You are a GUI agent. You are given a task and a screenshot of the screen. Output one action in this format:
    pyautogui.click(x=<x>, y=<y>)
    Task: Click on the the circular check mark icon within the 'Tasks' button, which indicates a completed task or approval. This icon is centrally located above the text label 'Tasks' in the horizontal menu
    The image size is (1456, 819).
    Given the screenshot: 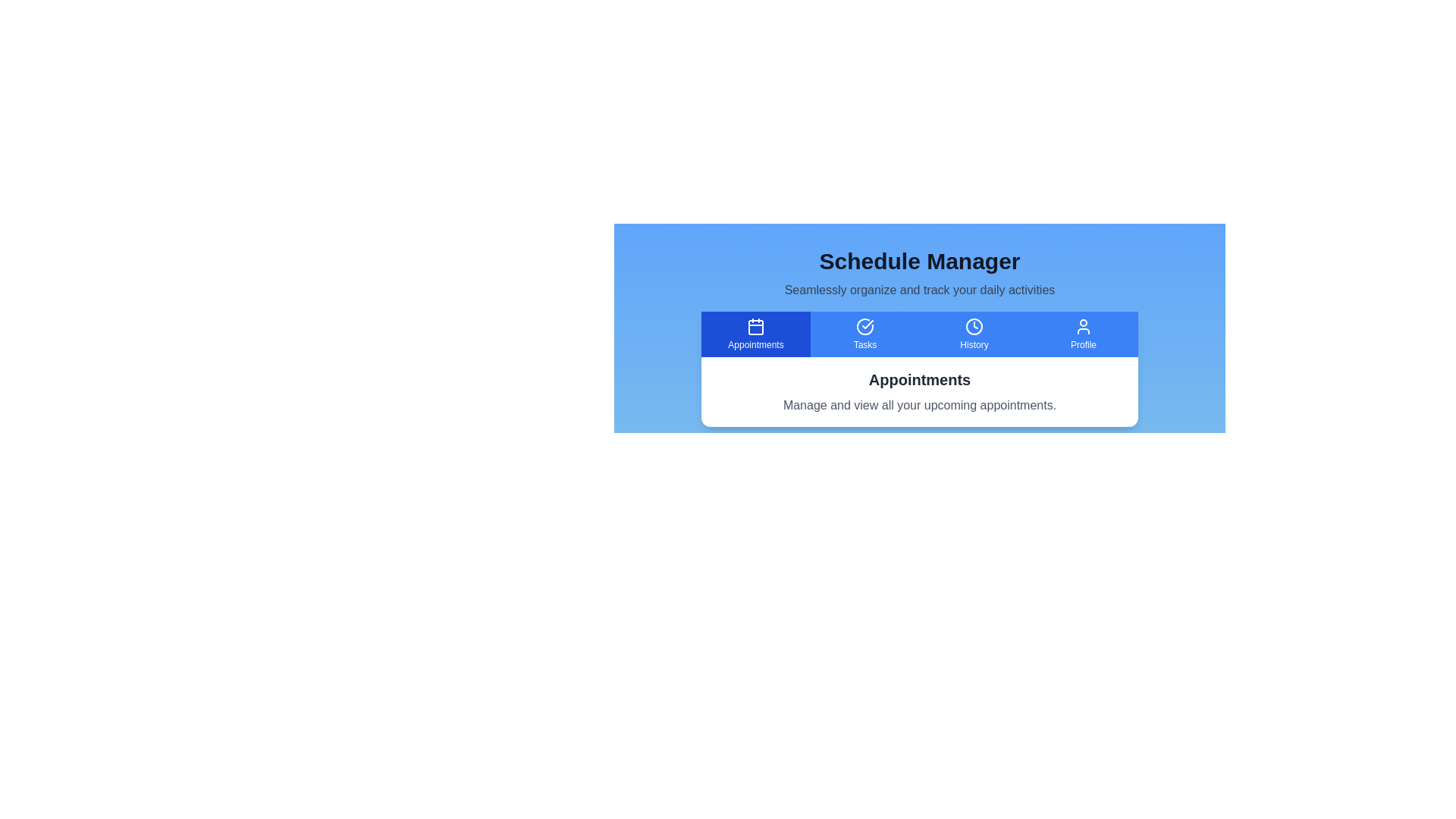 What is the action you would take?
    pyautogui.click(x=865, y=326)
    